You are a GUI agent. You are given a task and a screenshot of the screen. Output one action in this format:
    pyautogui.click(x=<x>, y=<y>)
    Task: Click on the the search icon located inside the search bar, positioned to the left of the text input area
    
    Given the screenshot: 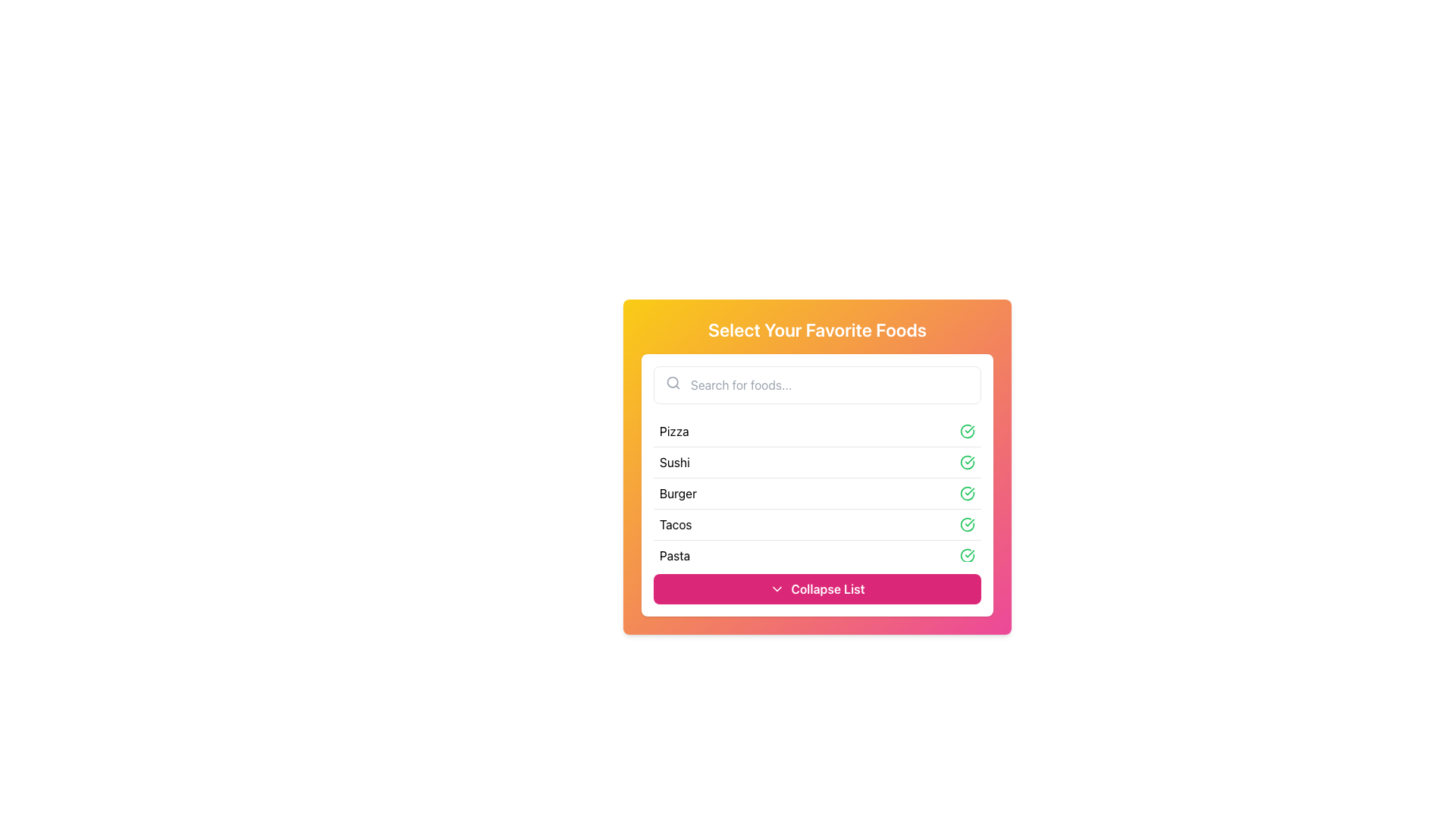 What is the action you would take?
    pyautogui.click(x=673, y=382)
    